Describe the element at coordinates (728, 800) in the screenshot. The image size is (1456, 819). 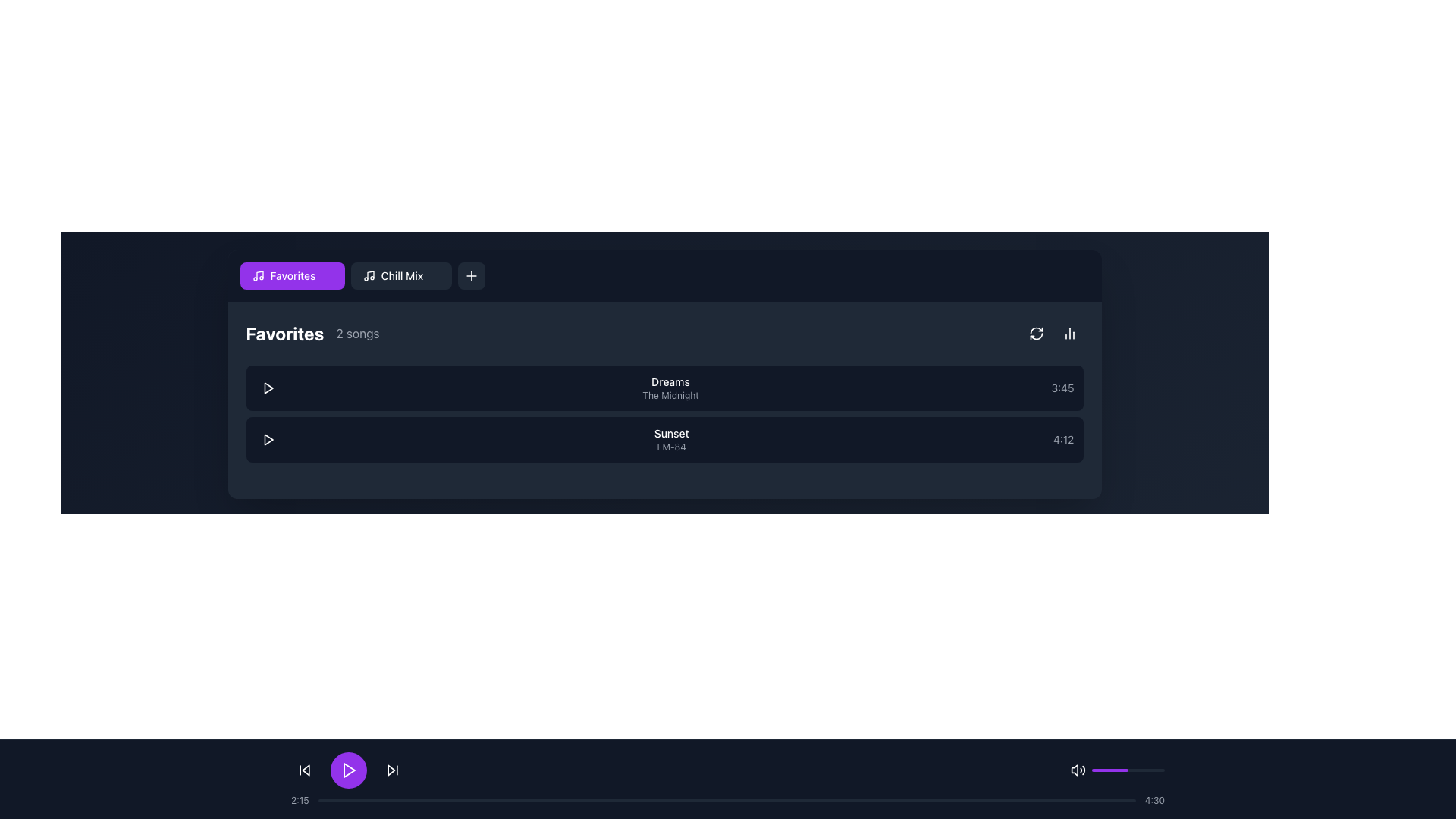
I see `the progress bar located at the bottom section of the interface` at that location.